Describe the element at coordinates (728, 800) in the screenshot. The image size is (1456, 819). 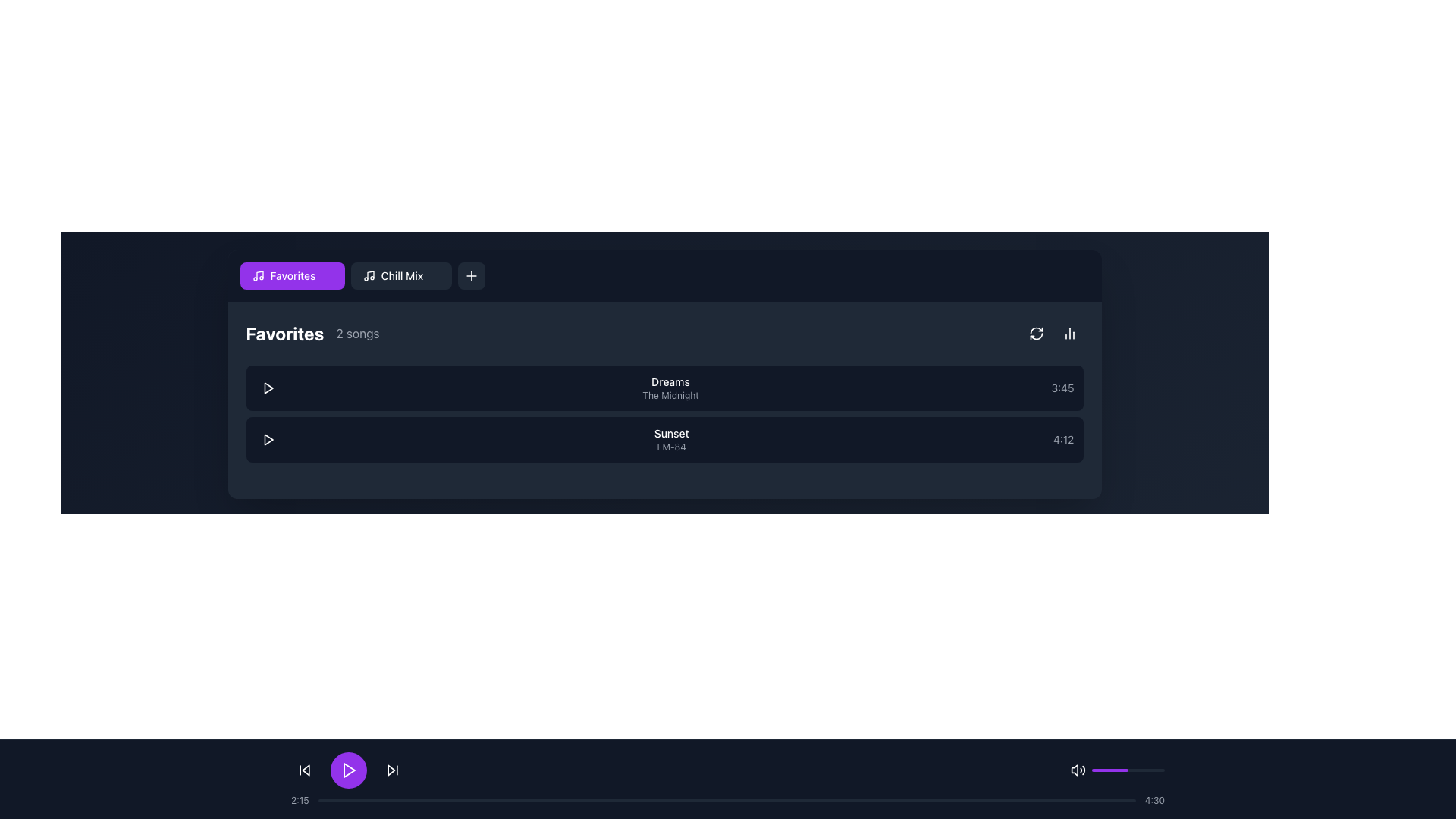
I see `the progress bar located at the bottom section of the interface` at that location.